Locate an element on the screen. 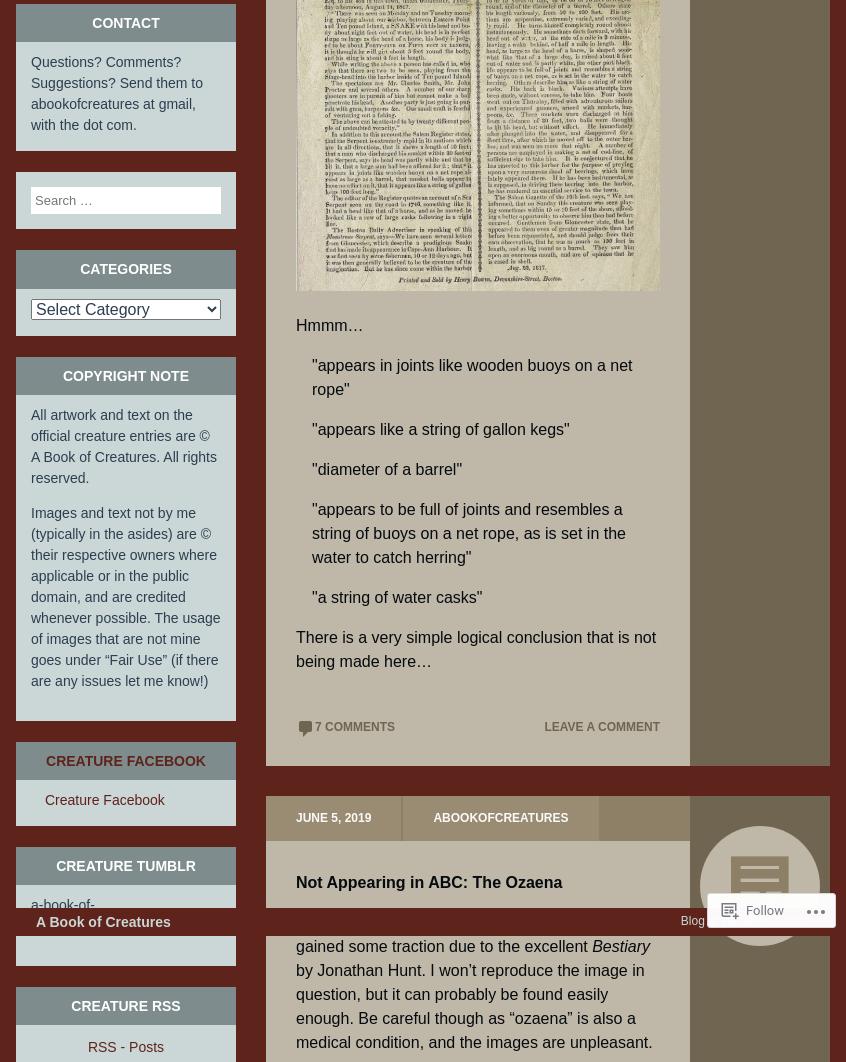 The width and height of the screenshot is (846, 1062). 'a string of water casks' is located at coordinates (396, 597).